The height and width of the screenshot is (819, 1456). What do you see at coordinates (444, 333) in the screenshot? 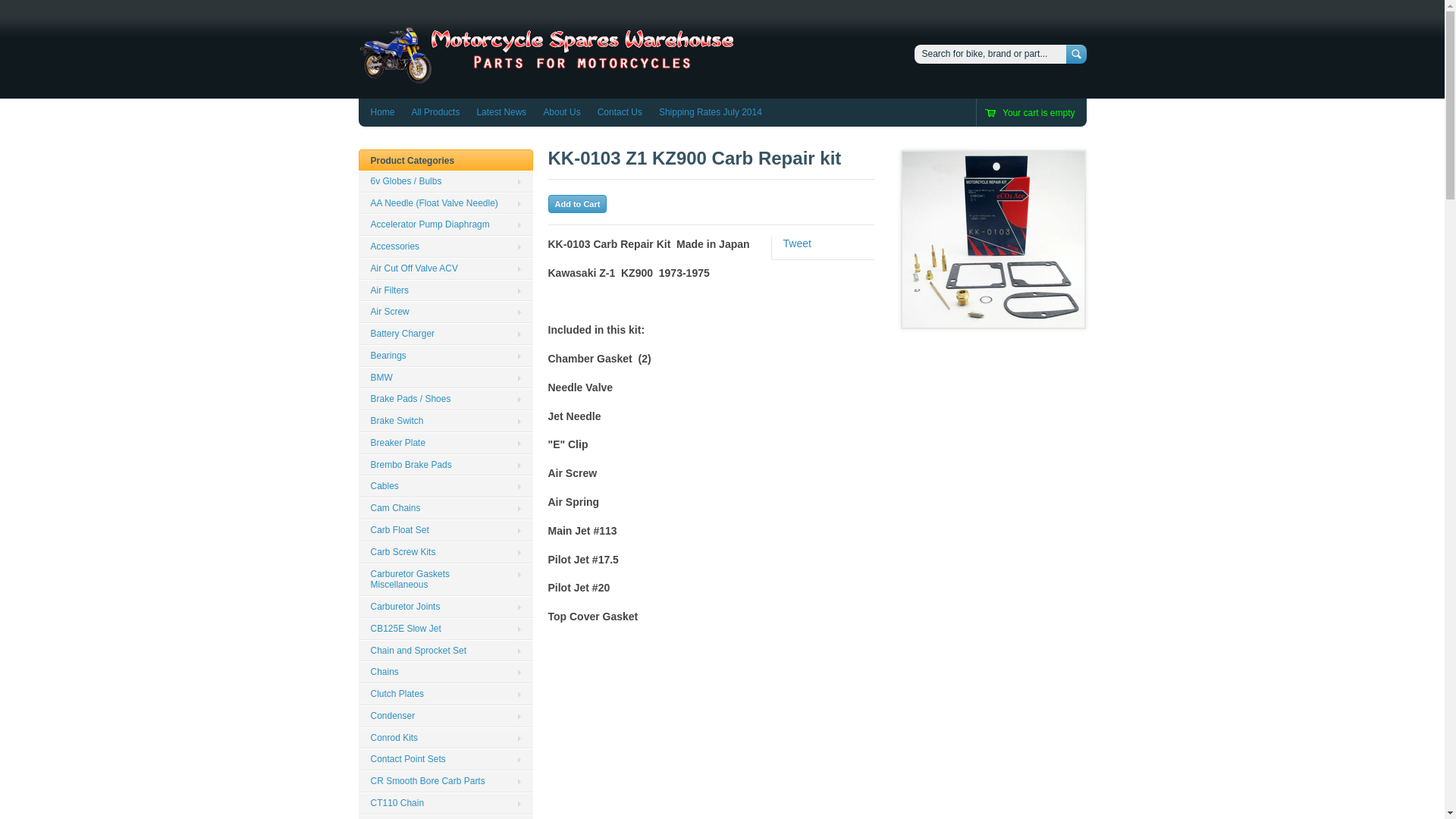
I see `'Battery Charger'` at bounding box center [444, 333].